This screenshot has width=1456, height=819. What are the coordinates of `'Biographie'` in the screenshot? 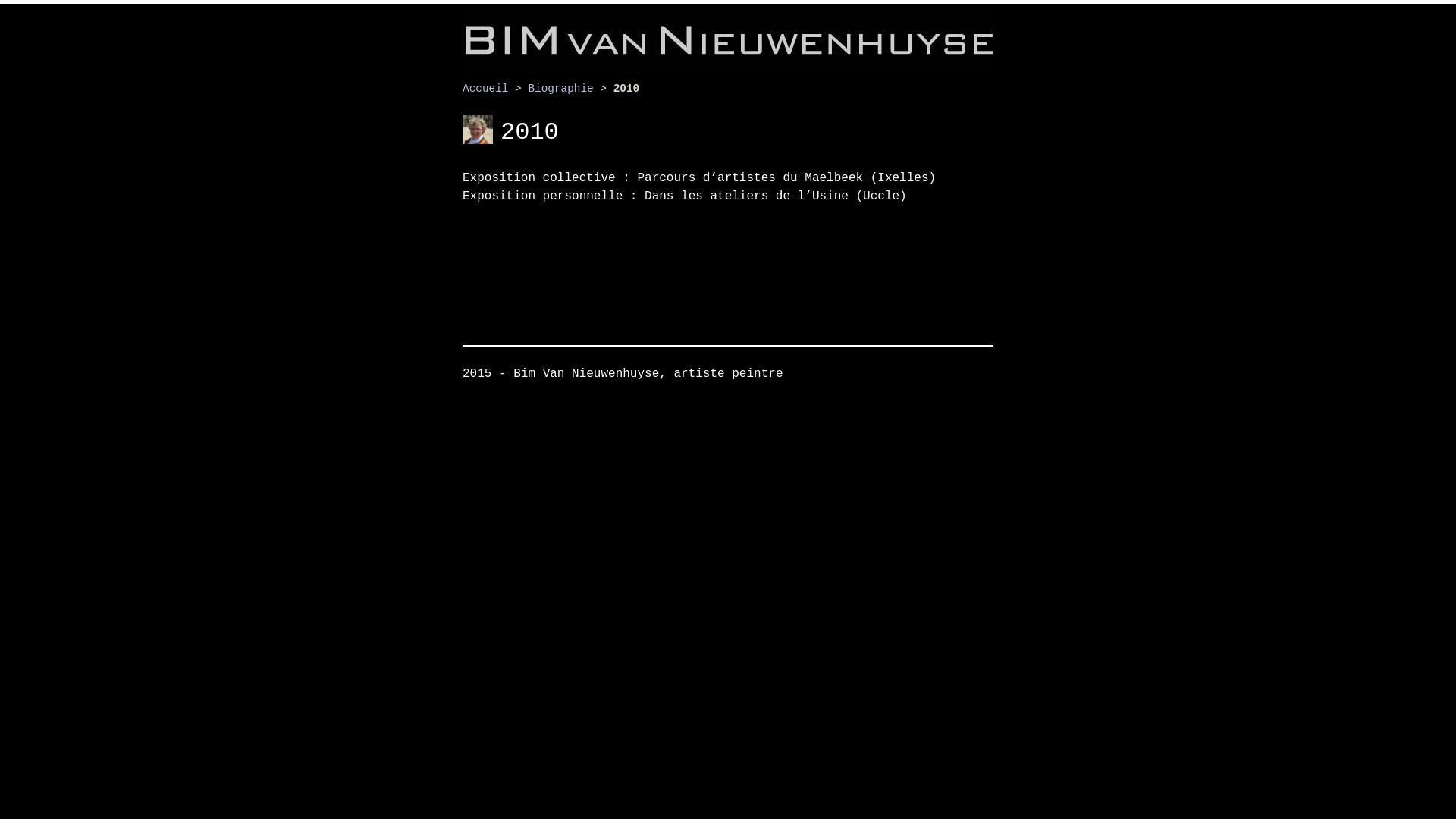 It's located at (560, 88).